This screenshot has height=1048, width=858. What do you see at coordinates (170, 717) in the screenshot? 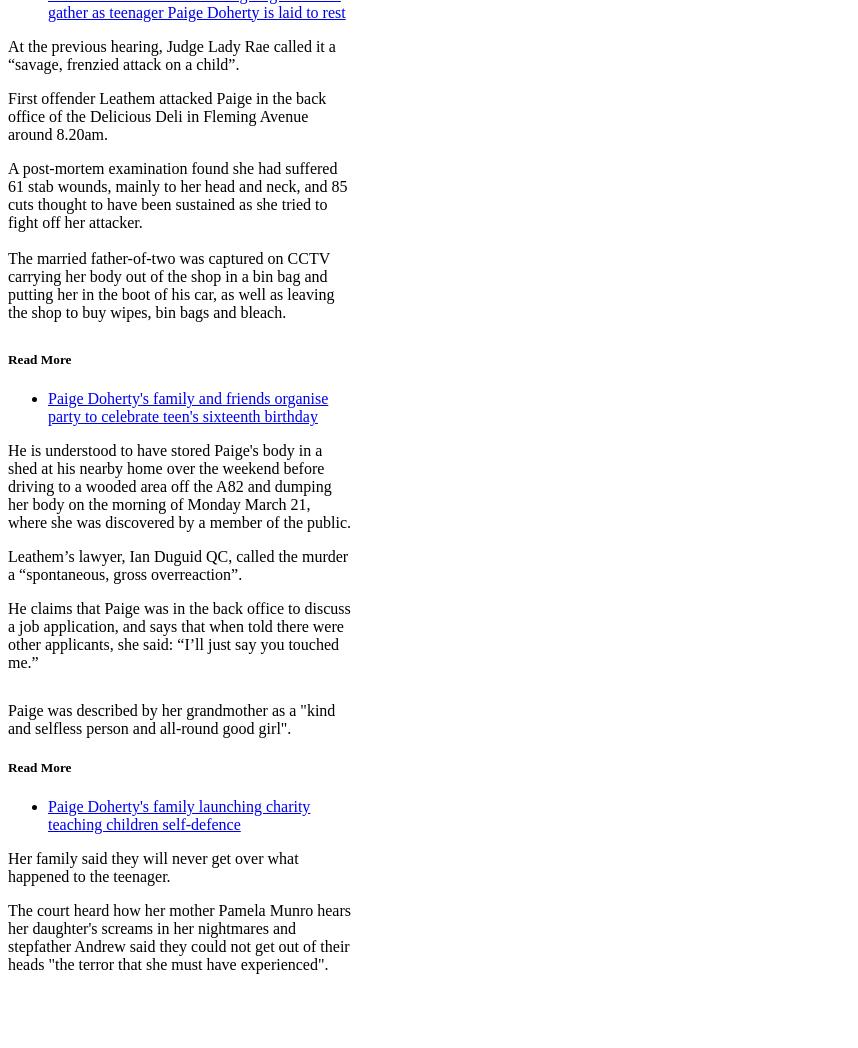
I see `'Paige was described by her grandmother as a "kind and selfless person and all-round good girl".'` at bounding box center [170, 717].